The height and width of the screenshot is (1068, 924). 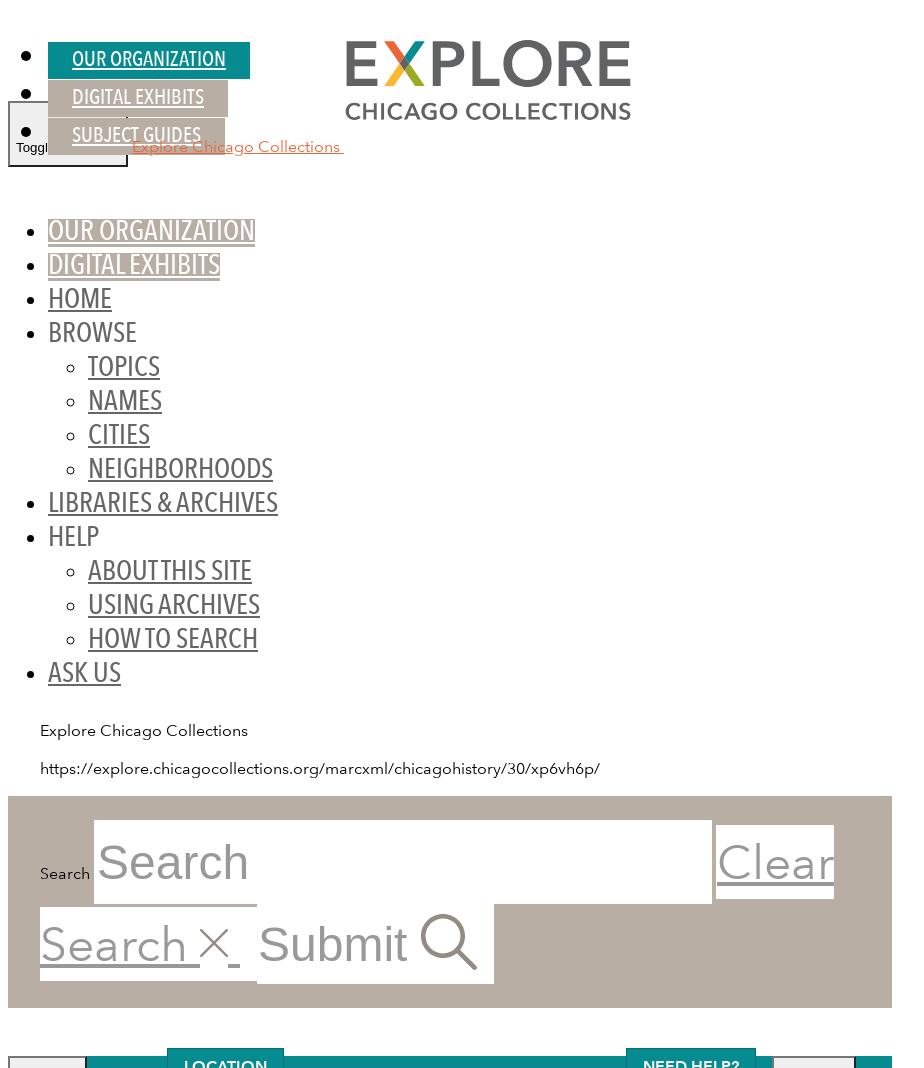 What do you see at coordinates (124, 367) in the screenshot?
I see `'Topics'` at bounding box center [124, 367].